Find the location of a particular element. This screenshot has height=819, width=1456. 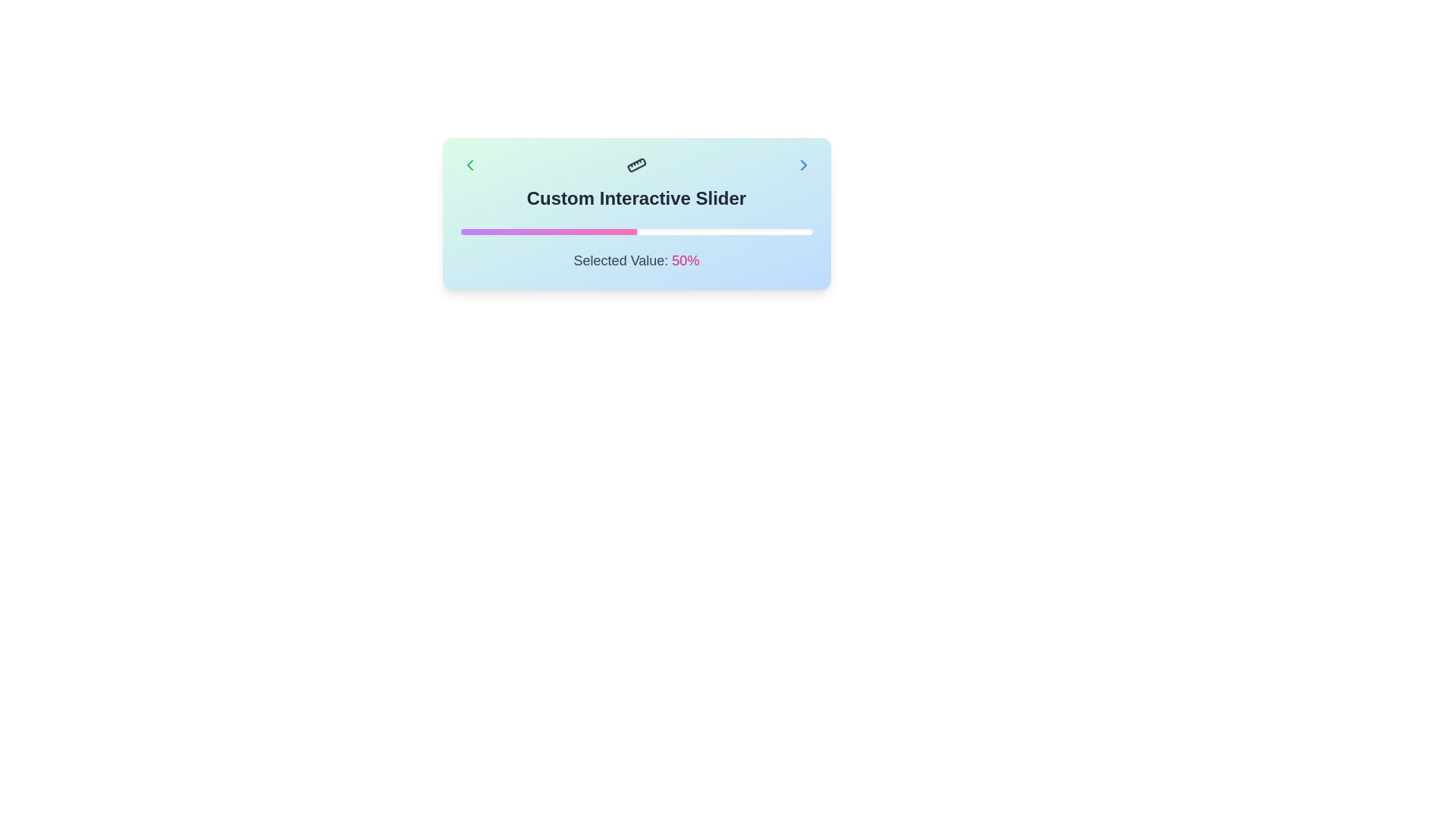

the chevron icon located at the right corner of the horizontal navigation bar is located at coordinates (802, 165).